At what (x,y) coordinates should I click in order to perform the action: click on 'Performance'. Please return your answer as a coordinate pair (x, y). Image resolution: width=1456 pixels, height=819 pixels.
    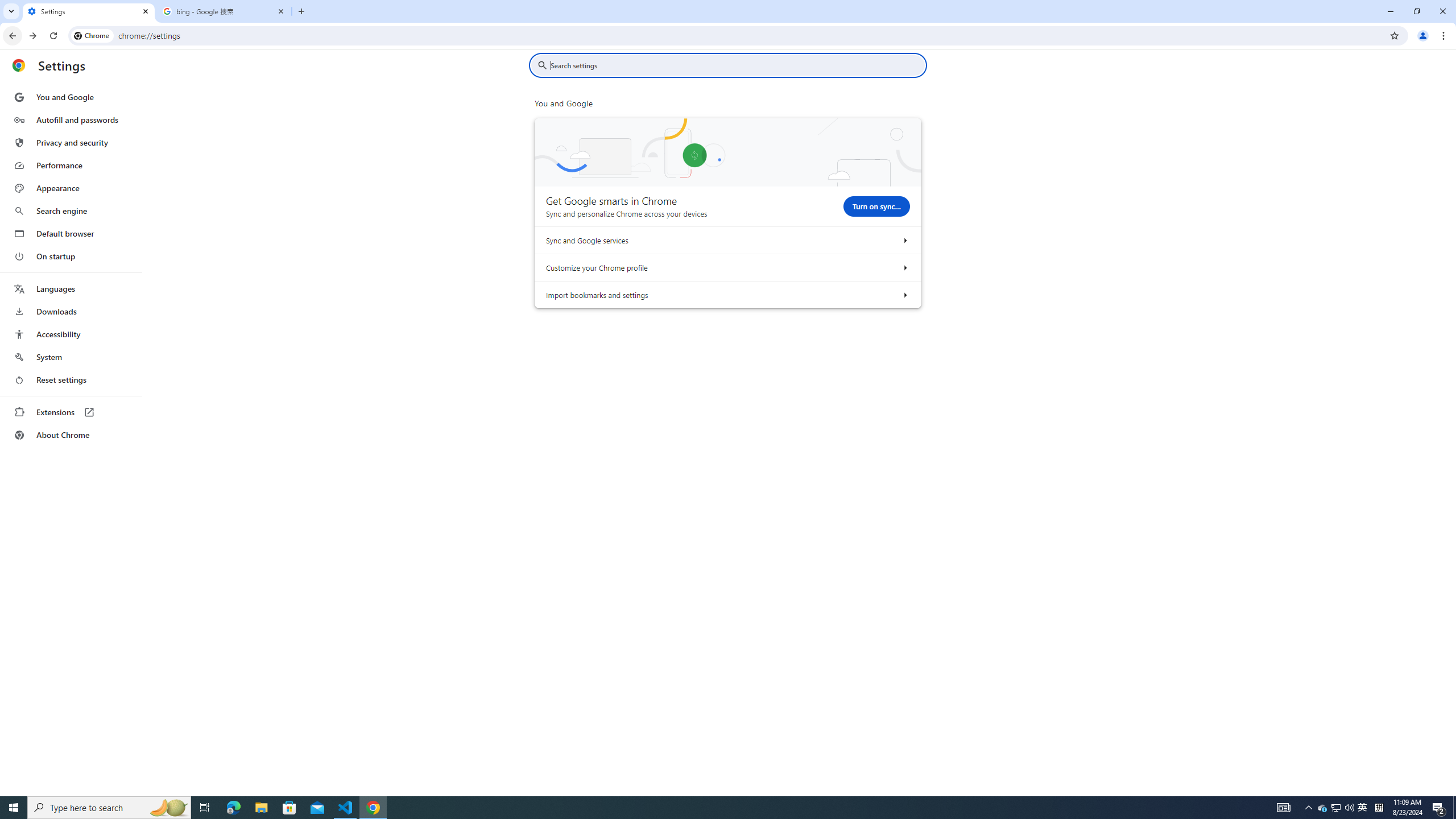
    Looking at the image, I should click on (70, 165).